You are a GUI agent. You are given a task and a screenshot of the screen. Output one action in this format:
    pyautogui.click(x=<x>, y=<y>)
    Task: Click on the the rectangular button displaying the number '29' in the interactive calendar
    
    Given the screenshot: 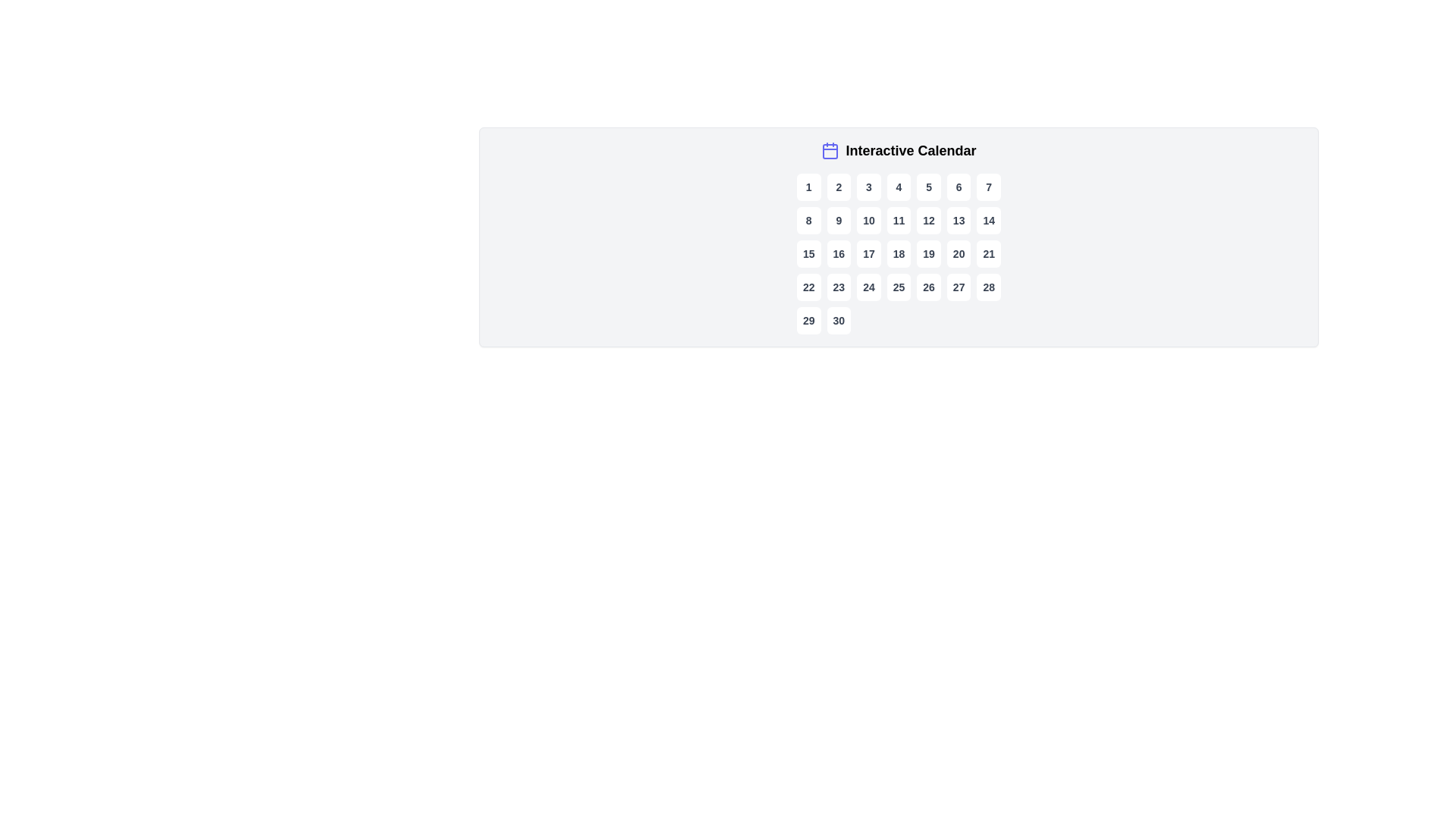 What is the action you would take?
    pyautogui.click(x=808, y=320)
    